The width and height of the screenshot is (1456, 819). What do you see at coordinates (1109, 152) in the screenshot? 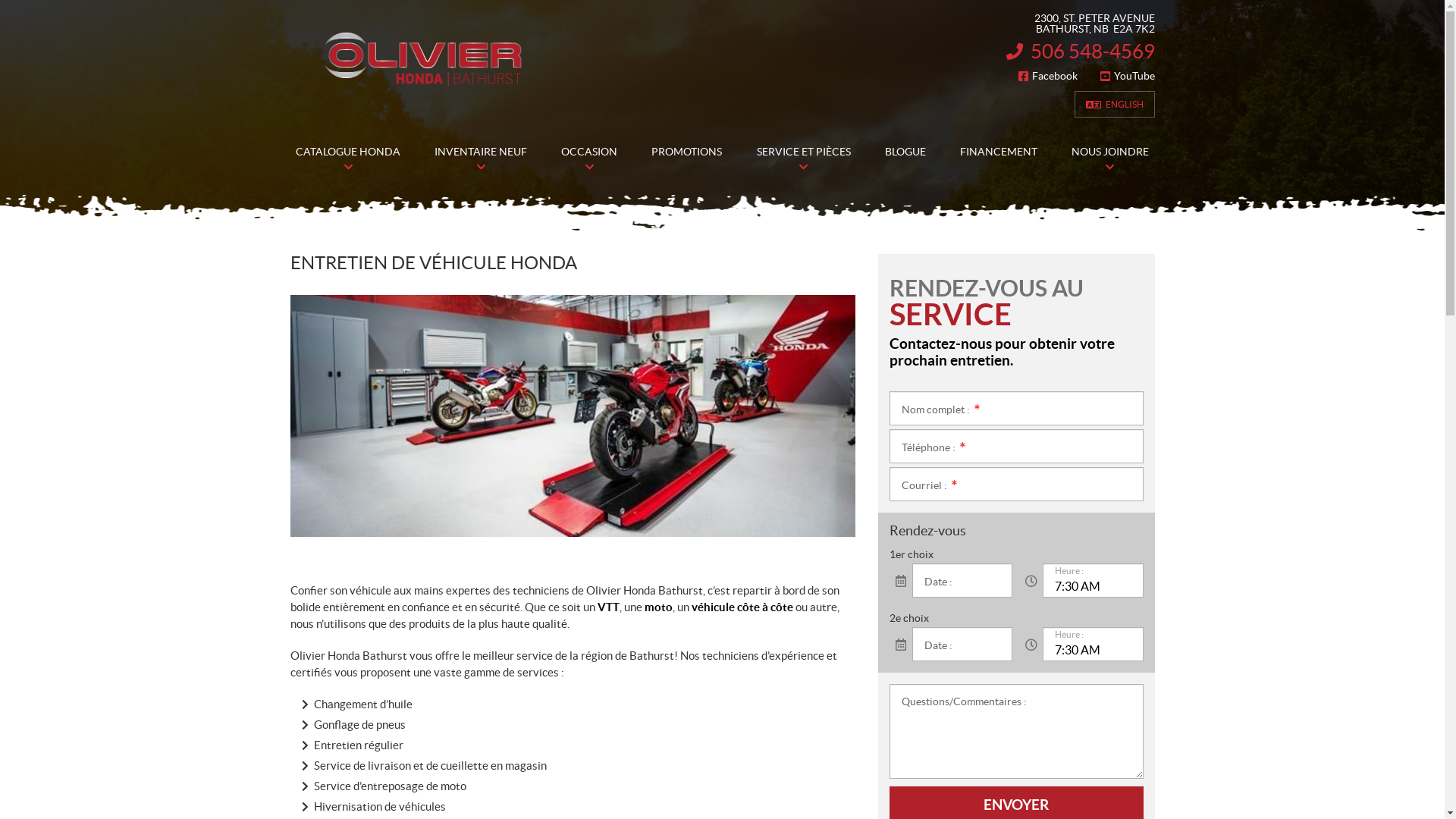
I see `'NOUS JOINDRE'` at bounding box center [1109, 152].